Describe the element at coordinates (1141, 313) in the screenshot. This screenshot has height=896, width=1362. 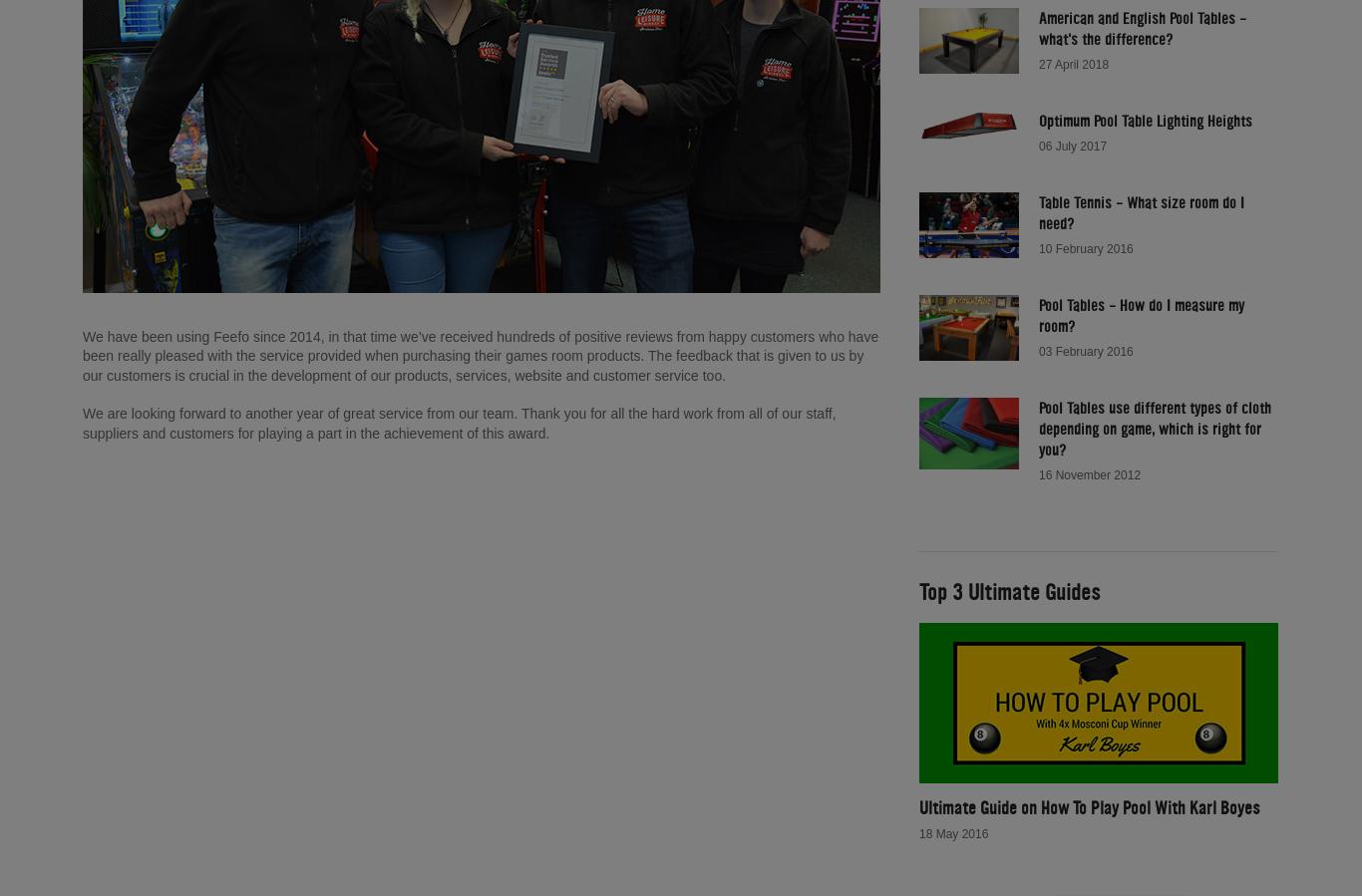
I see `'Pool Tables - How do I measure my room?'` at that location.